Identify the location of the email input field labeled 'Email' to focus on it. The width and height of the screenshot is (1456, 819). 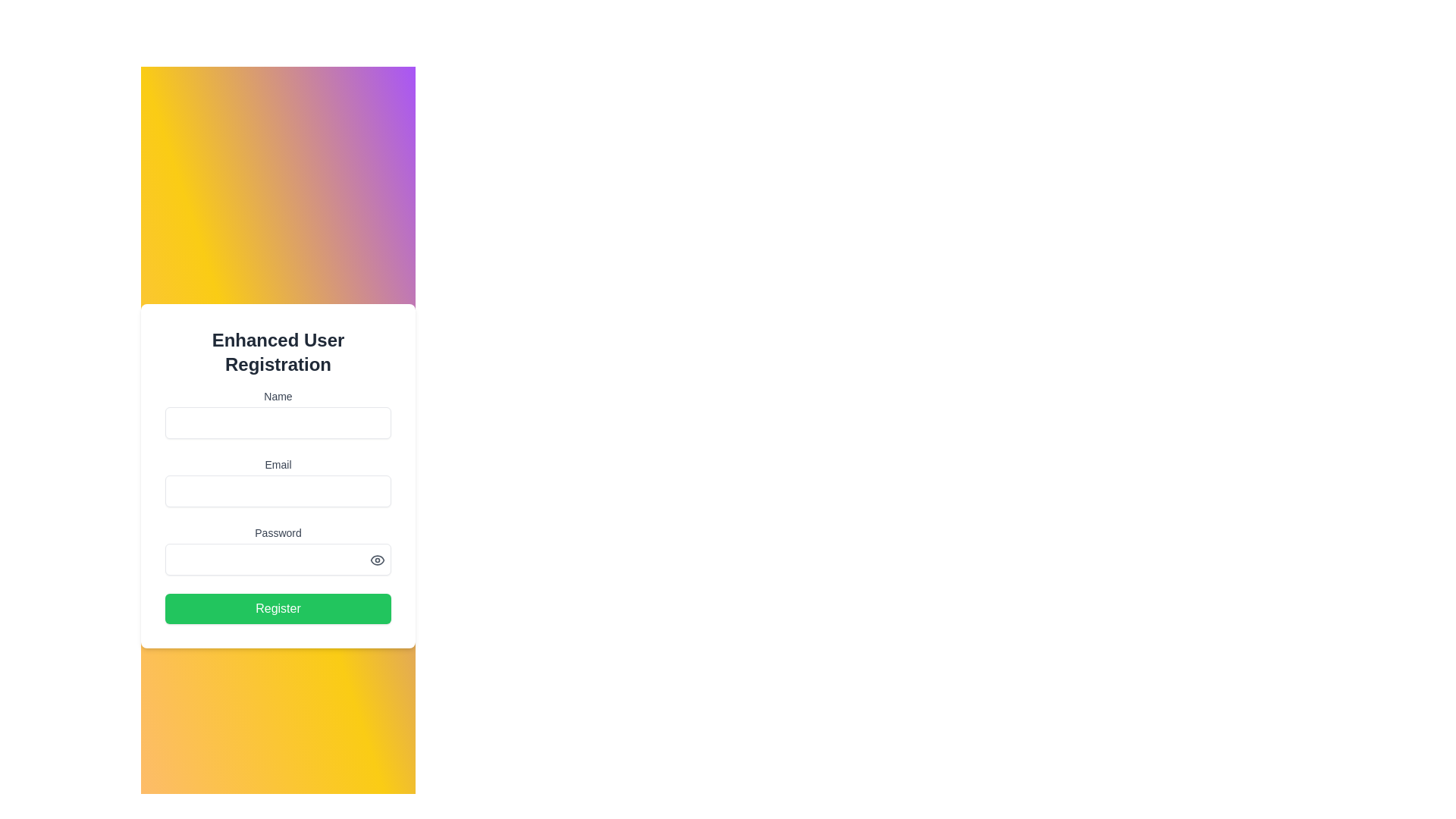
(278, 482).